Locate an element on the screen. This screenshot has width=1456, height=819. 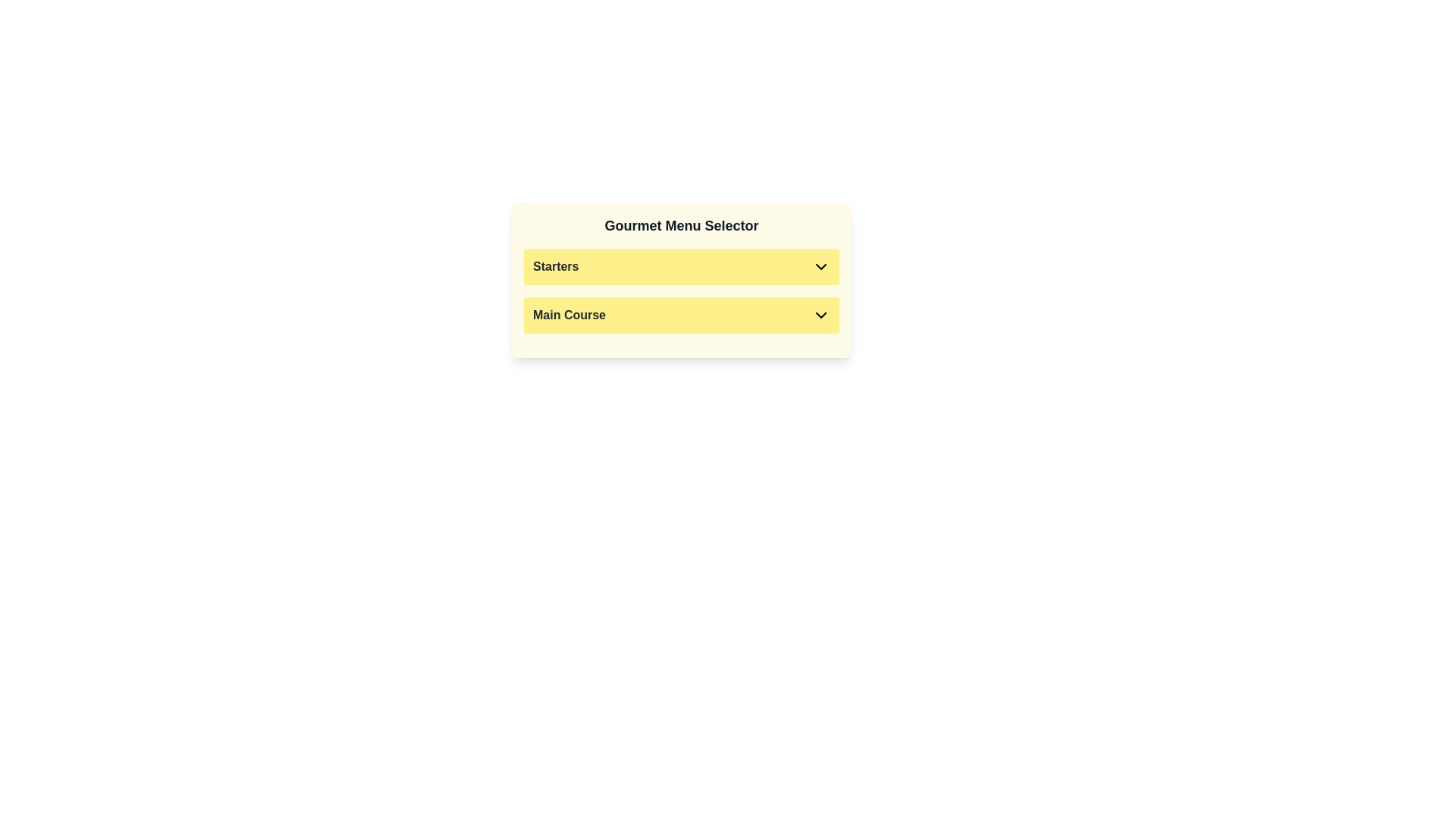
the title text element located at the top of the light yellow card, which indicates the section's content above 'Starters' and 'Main Course.' is located at coordinates (680, 225).